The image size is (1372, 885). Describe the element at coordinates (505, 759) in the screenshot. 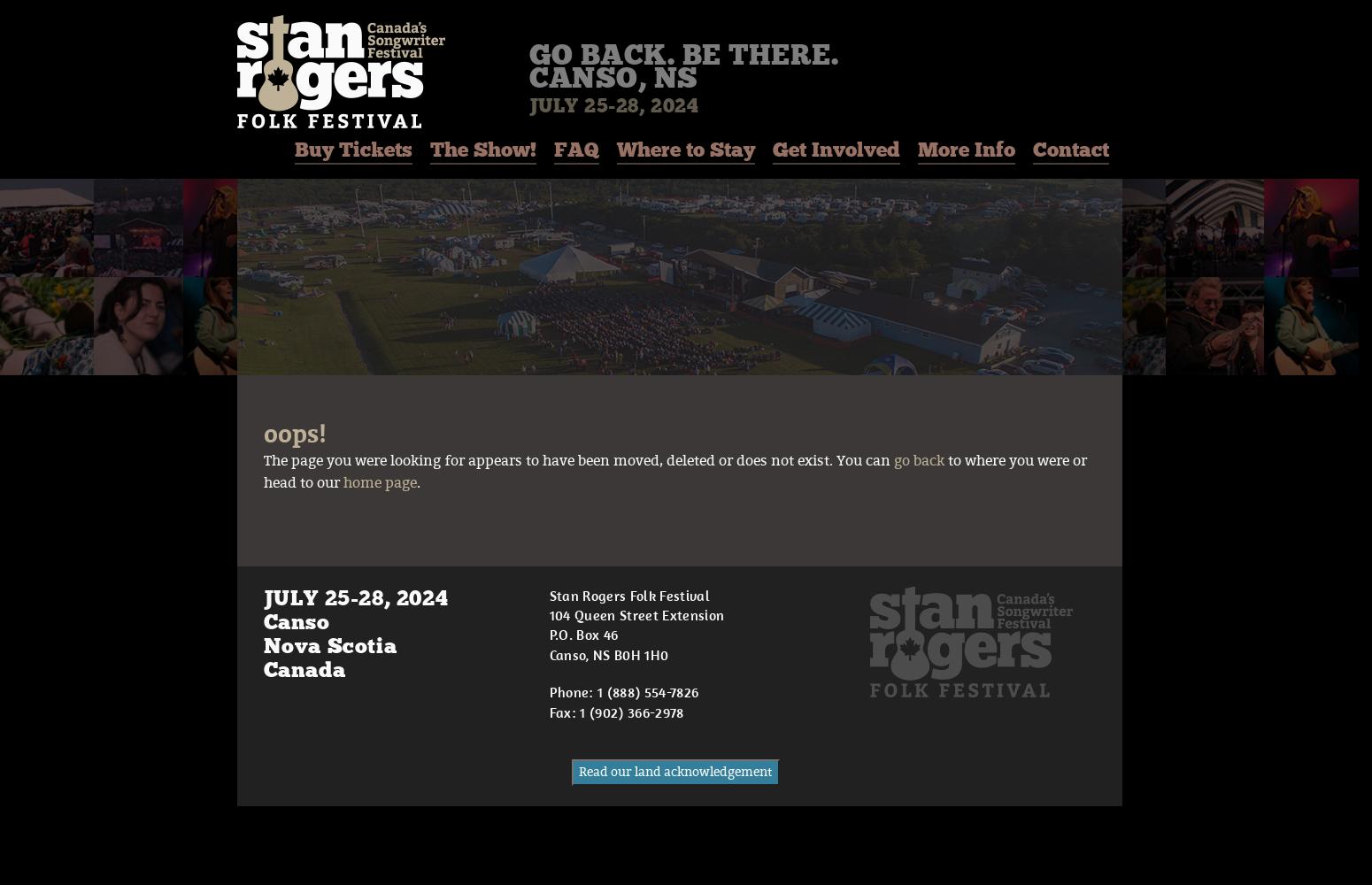

I see `'Subscribe & stay up-to-date on the latest and greatest at StanRogersFest!'` at that location.